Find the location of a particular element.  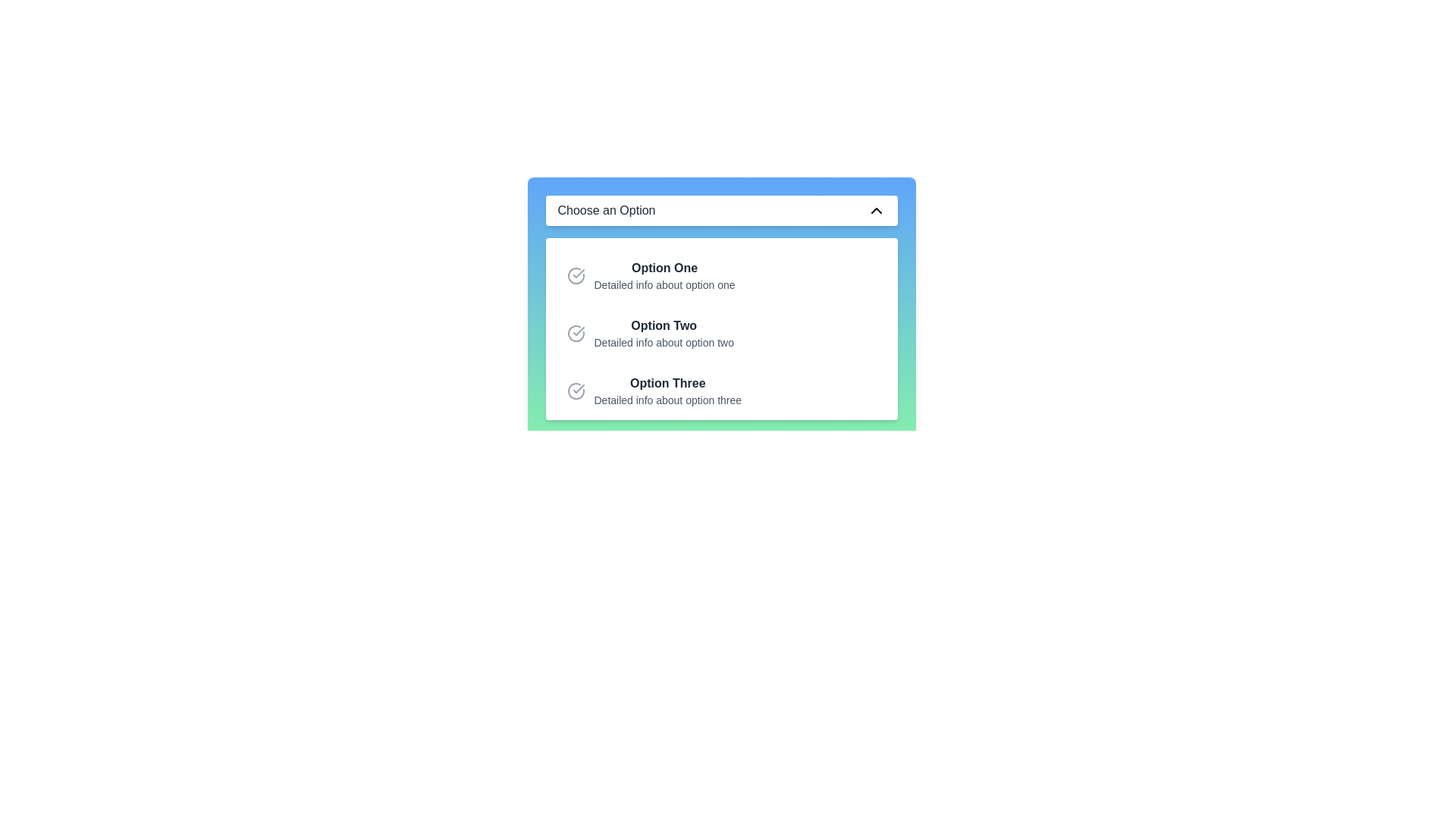

the first list item labeled 'Option One' is located at coordinates (664, 275).